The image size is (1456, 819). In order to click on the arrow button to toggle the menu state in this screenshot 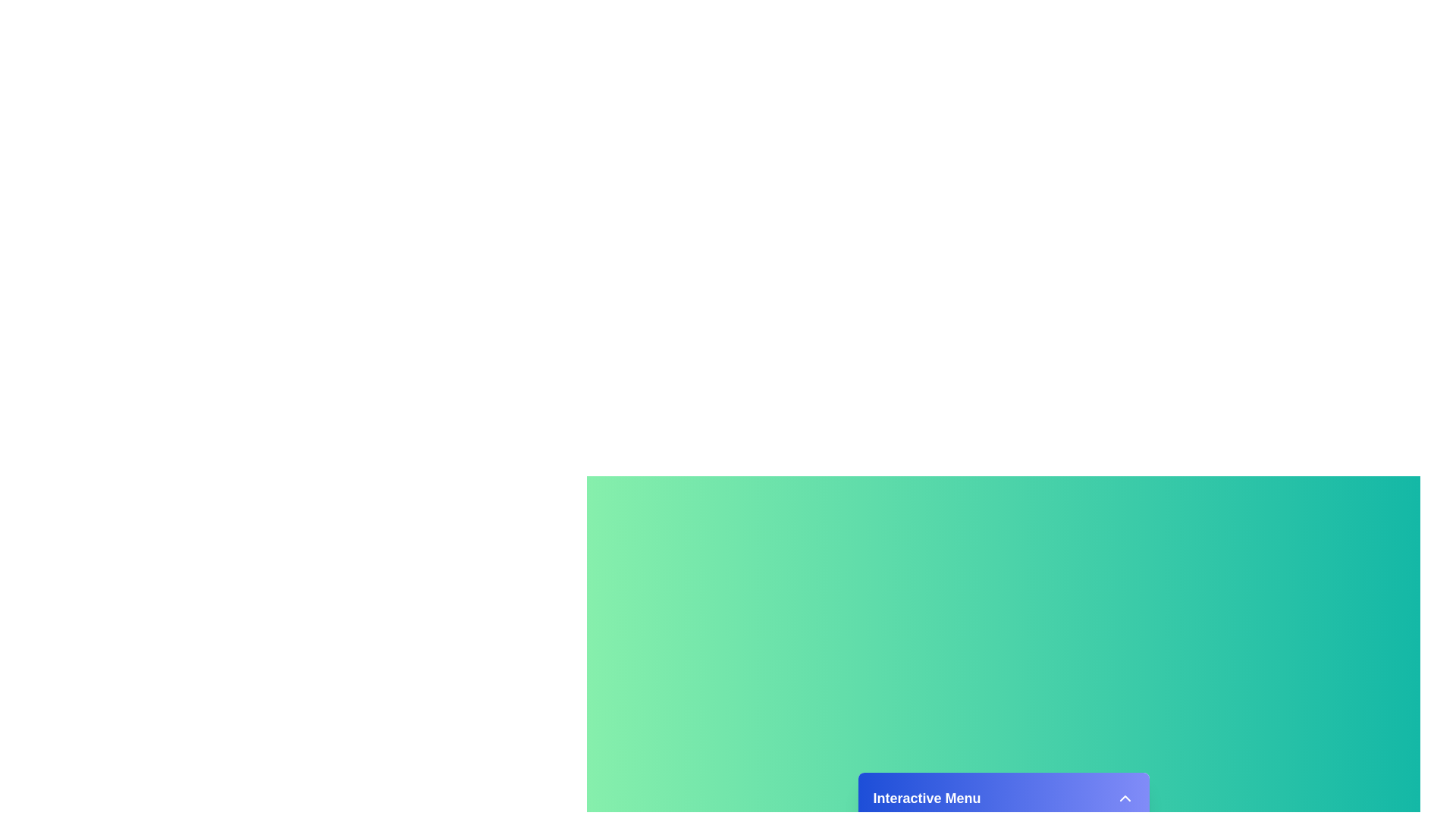, I will do `click(1125, 798)`.